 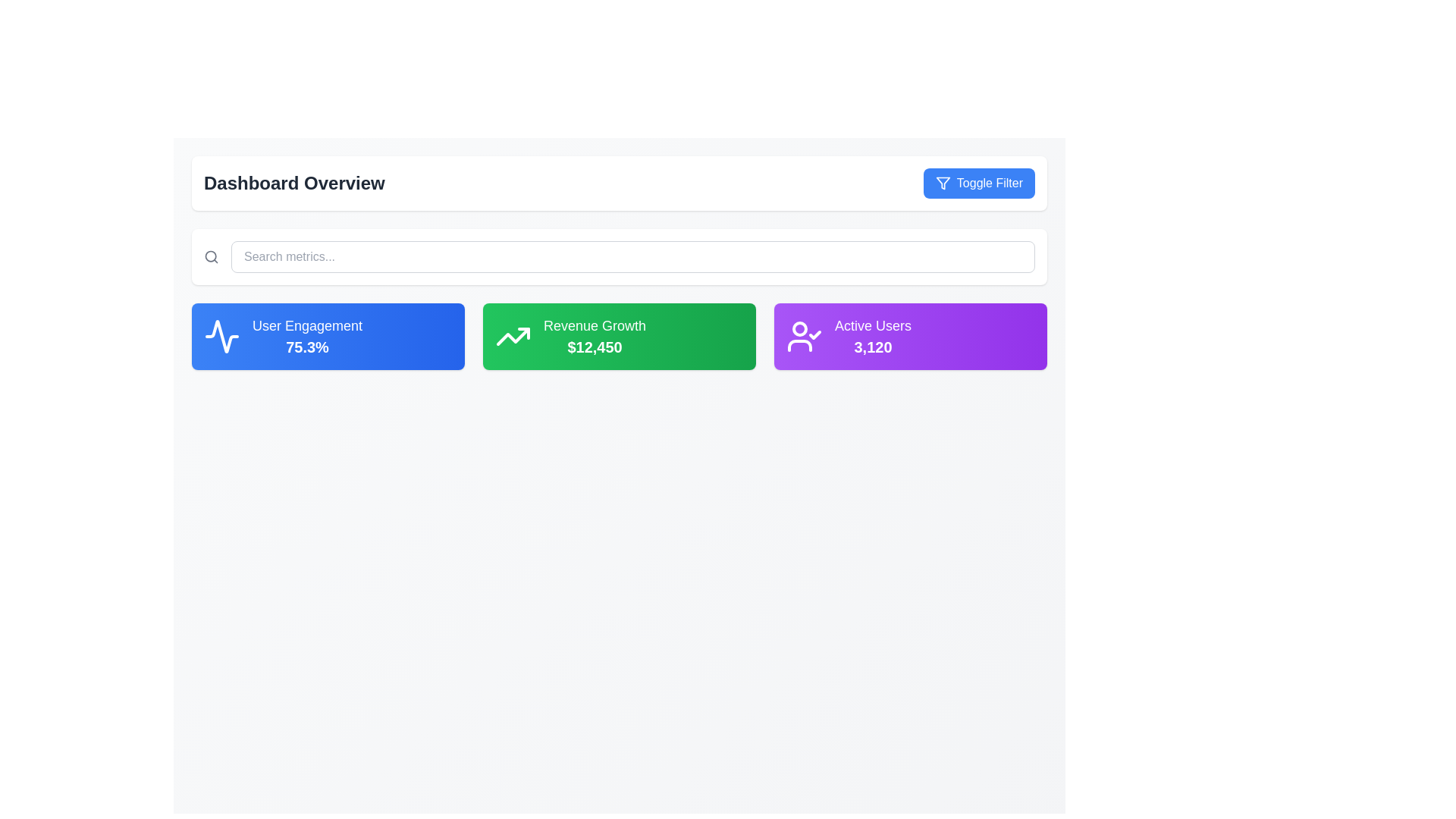 What do you see at coordinates (799, 328) in the screenshot?
I see `the SVG Circle element that serves as a decorative or informative visual subcomponent within the user icon, located near the top-left portion of the SVG` at bounding box center [799, 328].